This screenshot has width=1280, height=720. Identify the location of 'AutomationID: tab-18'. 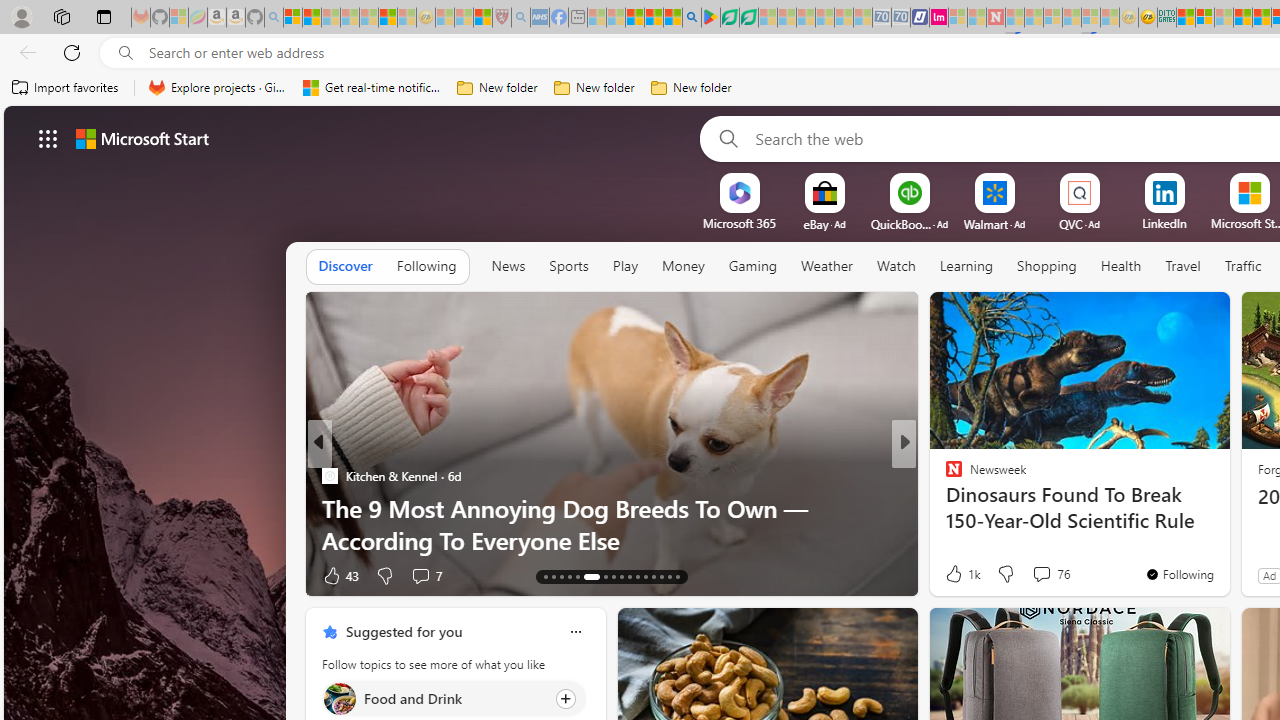
(584, 577).